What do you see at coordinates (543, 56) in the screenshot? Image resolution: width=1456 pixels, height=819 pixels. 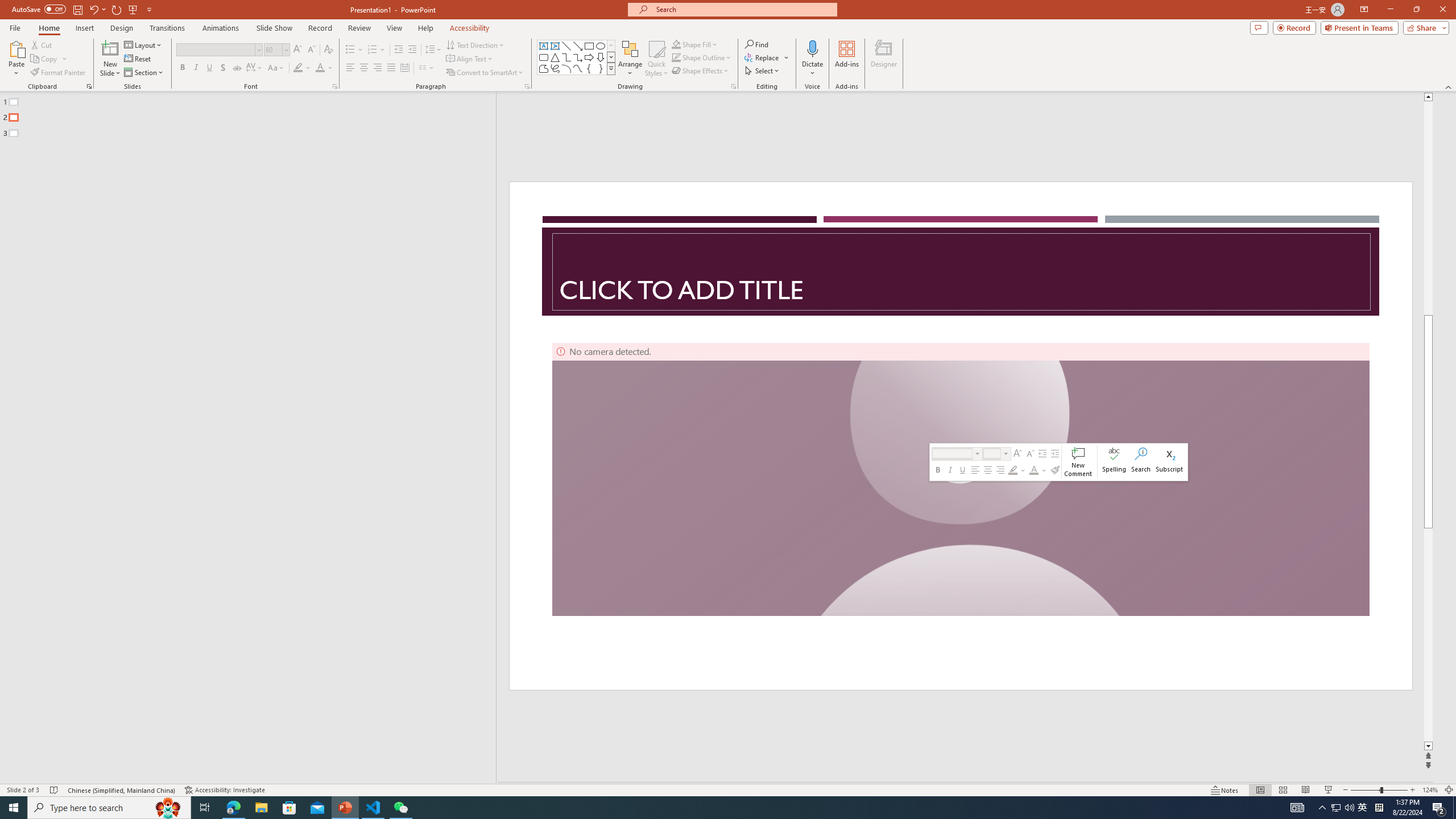 I see `'Rectangle: Rounded Corners'` at bounding box center [543, 56].